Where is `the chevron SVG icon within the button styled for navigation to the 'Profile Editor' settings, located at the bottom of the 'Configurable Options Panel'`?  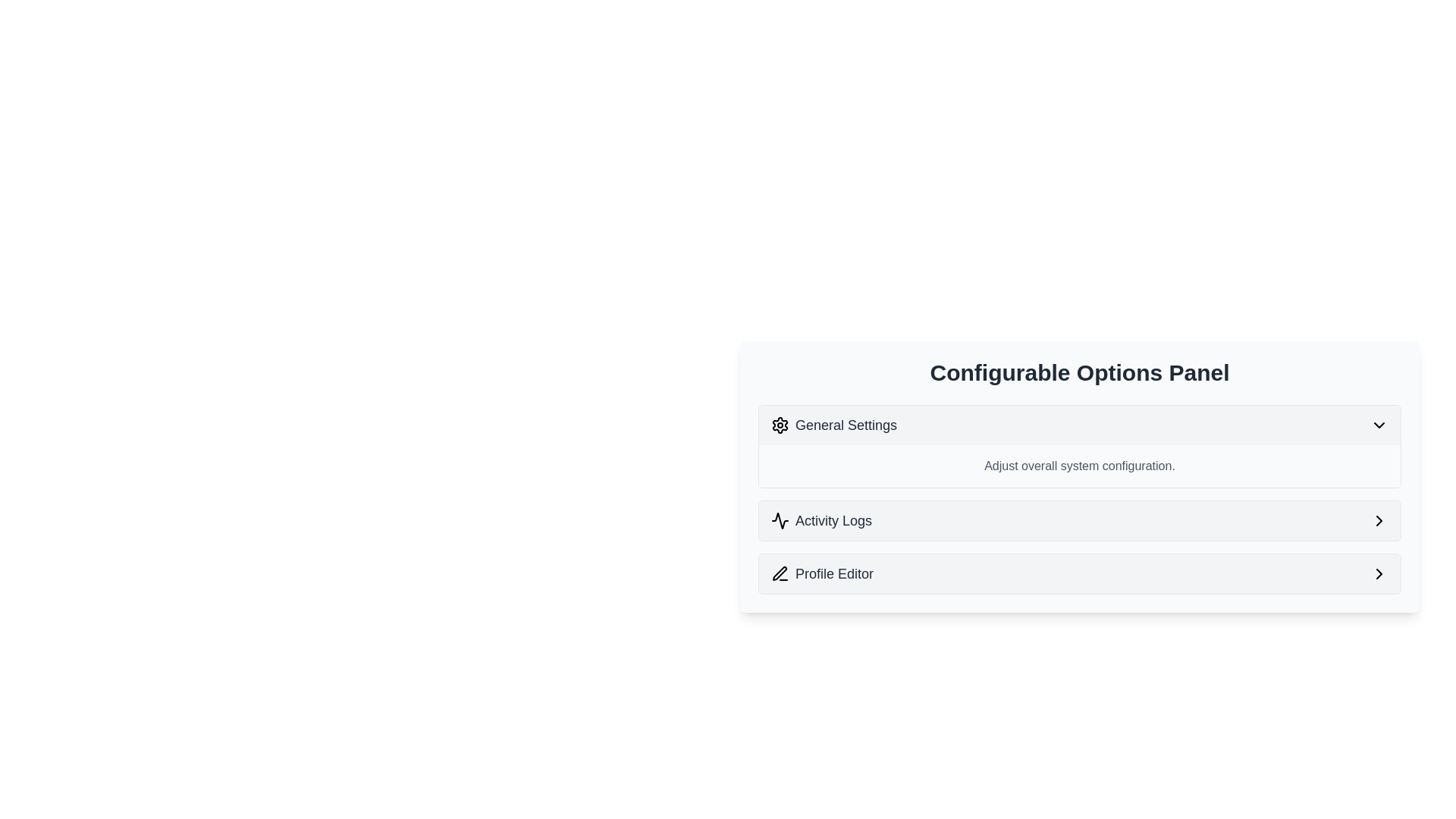 the chevron SVG icon within the button styled for navigation to the 'Profile Editor' settings, located at the bottom of the 'Configurable Options Panel' is located at coordinates (1379, 519).